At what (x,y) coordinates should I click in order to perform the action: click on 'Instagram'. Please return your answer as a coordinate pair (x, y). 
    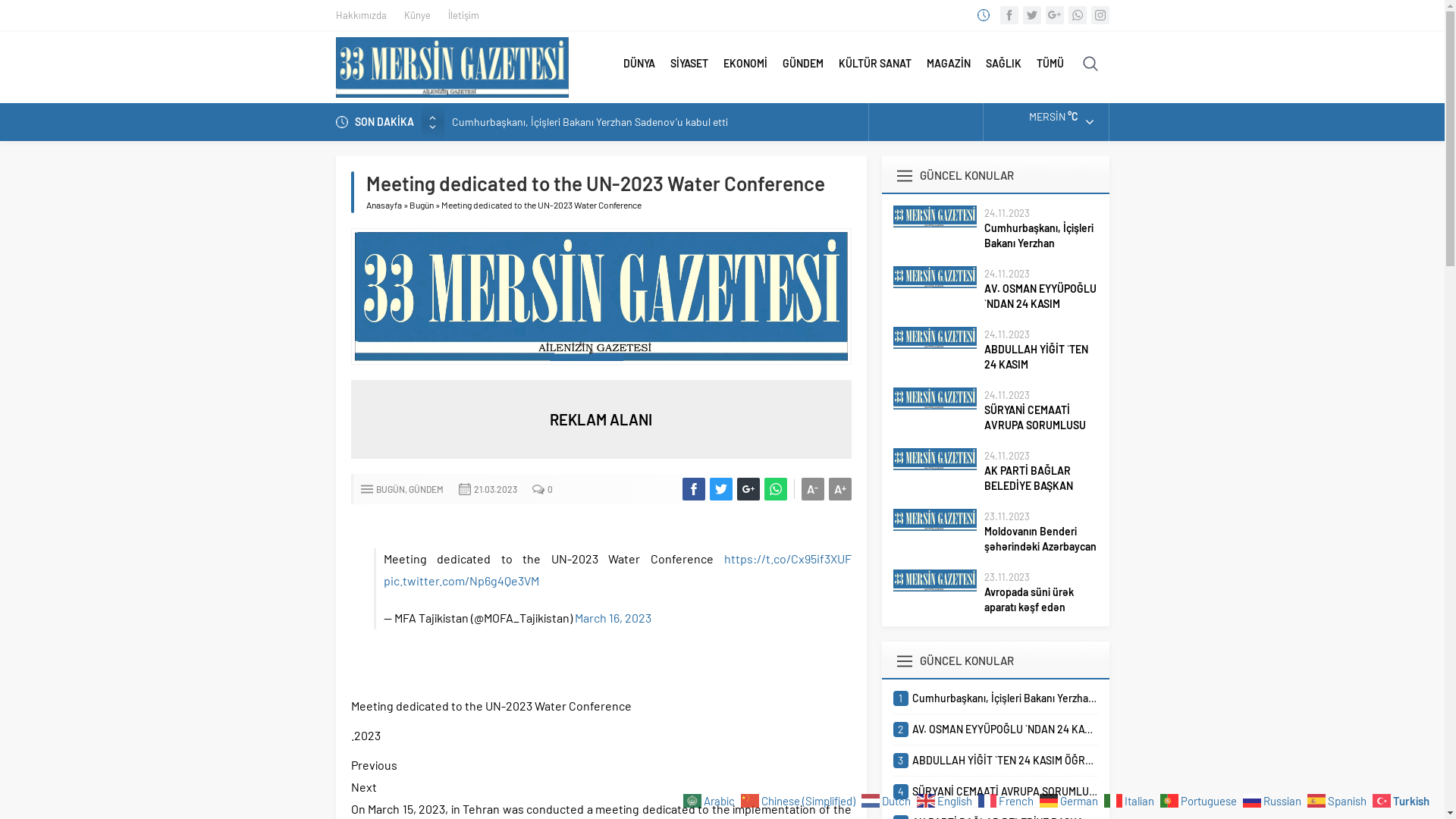
    Looking at the image, I should click on (1099, 14).